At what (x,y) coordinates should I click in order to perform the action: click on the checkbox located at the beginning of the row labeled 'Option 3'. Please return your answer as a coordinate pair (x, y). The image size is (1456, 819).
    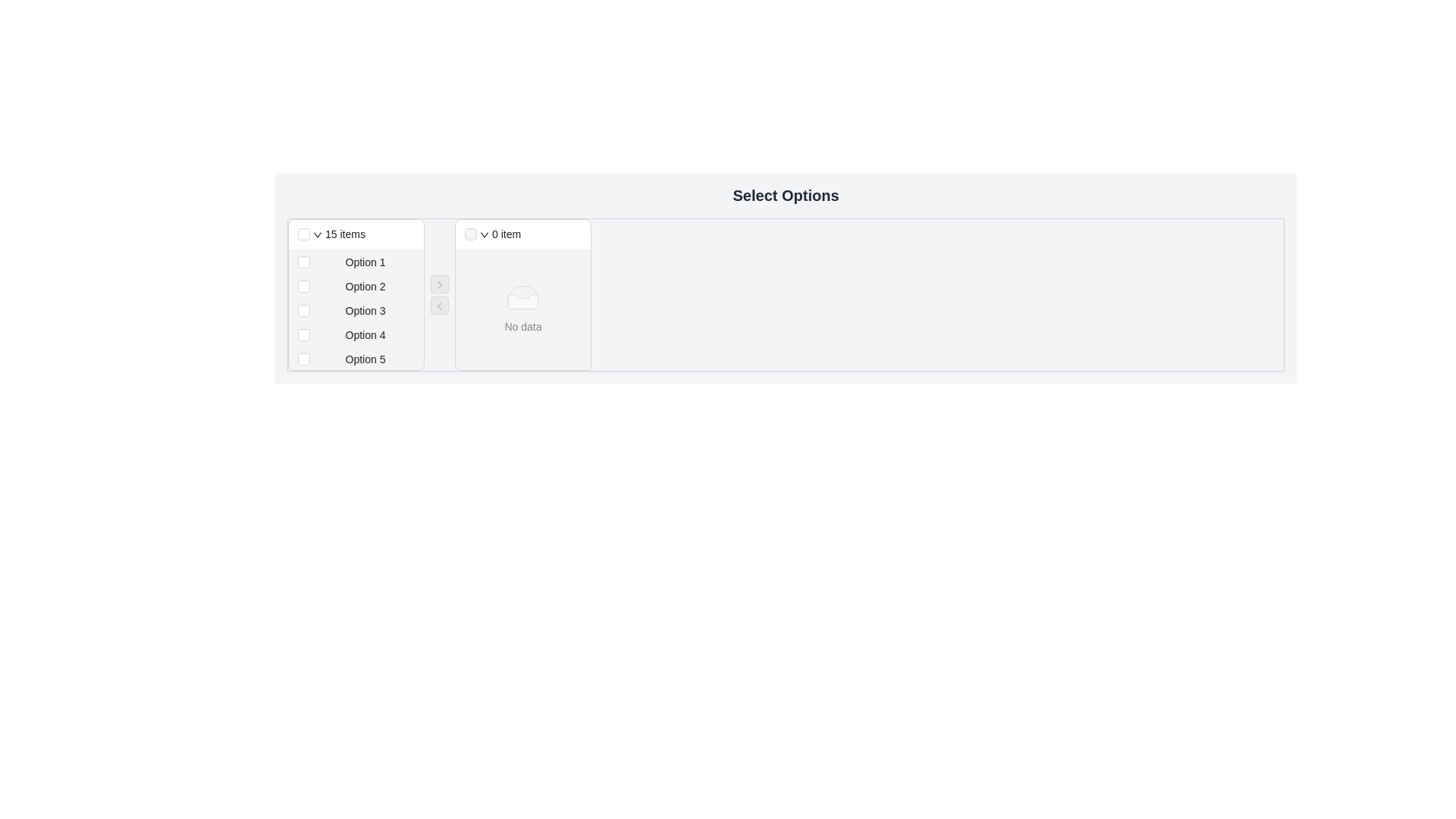
    Looking at the image, I should click on (303, 309).